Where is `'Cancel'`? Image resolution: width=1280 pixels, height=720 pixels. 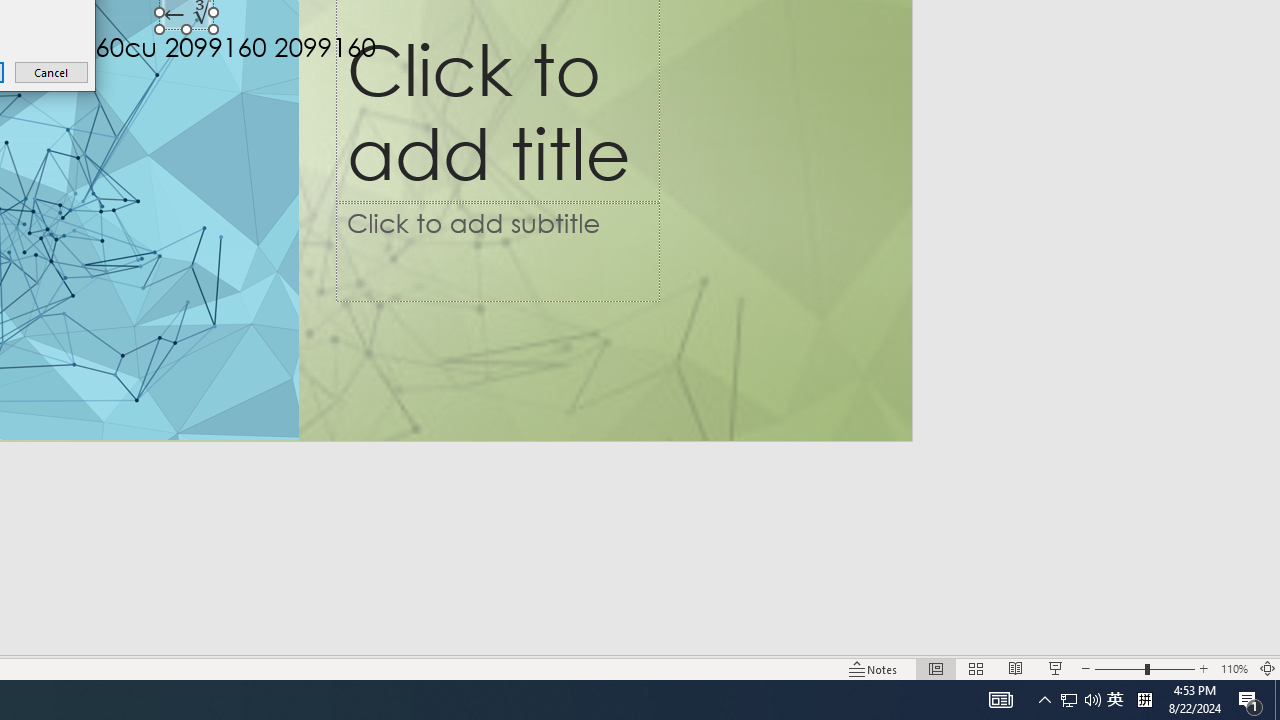
'Cancel' is located at coordinates (51, 71).